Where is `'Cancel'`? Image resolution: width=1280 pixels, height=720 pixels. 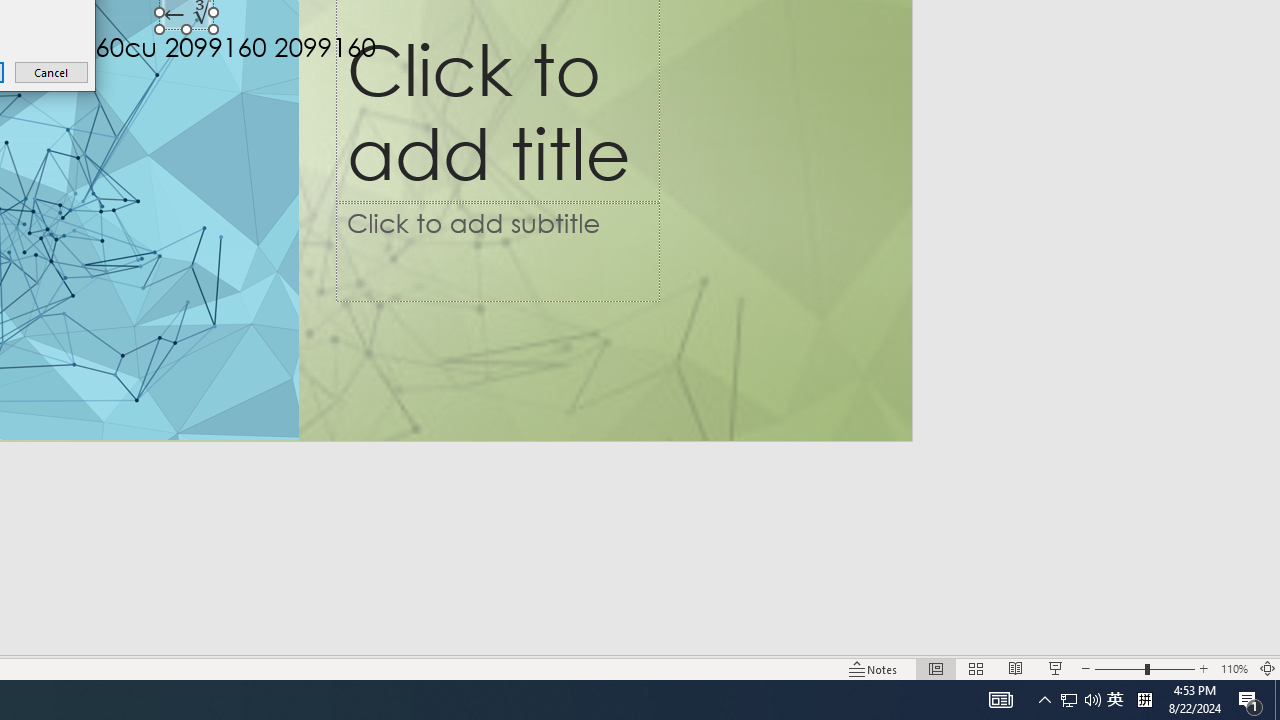
'Cancel' is located at coordinates (51, 71).